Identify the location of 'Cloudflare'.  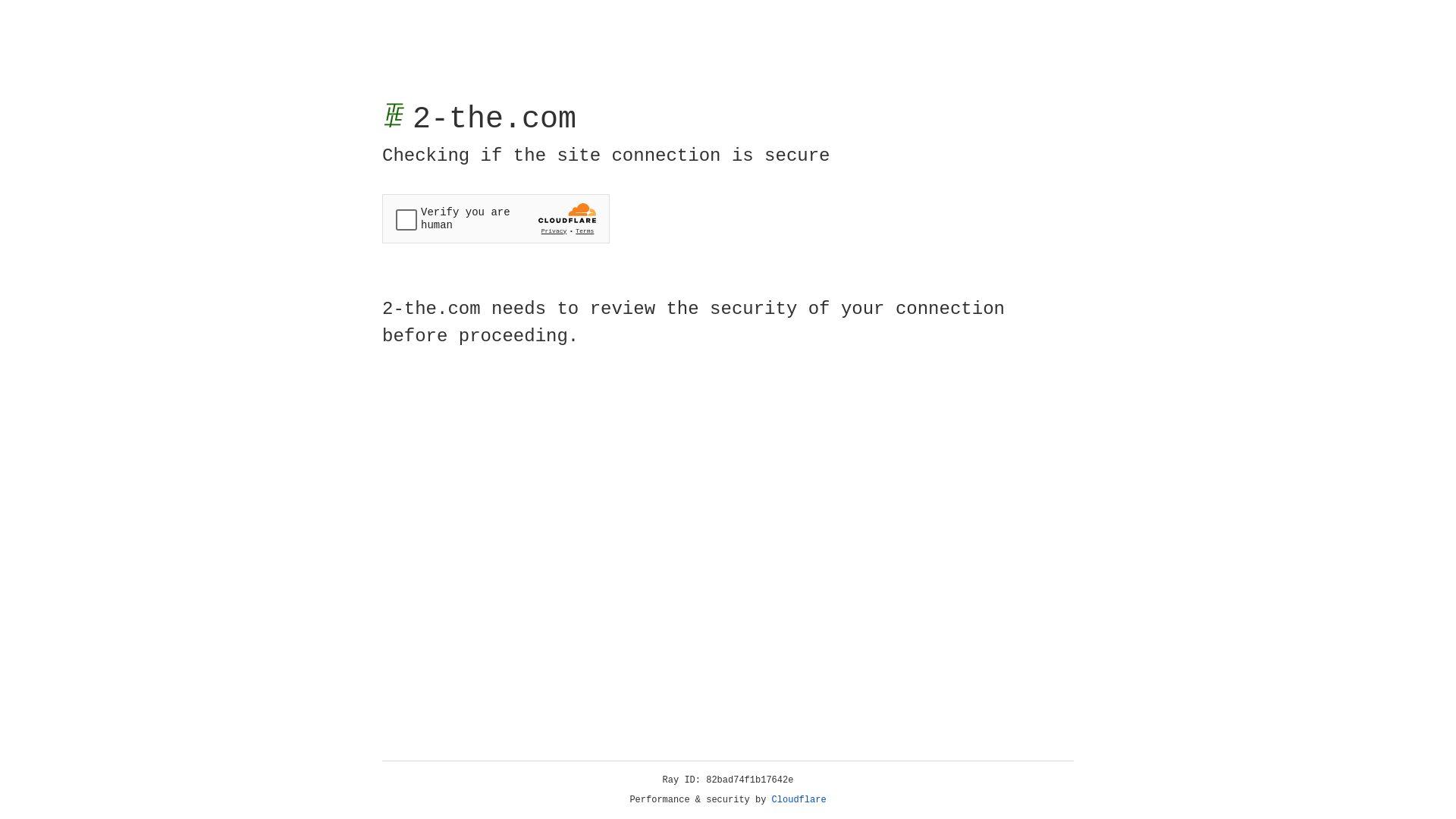
(799, 799).